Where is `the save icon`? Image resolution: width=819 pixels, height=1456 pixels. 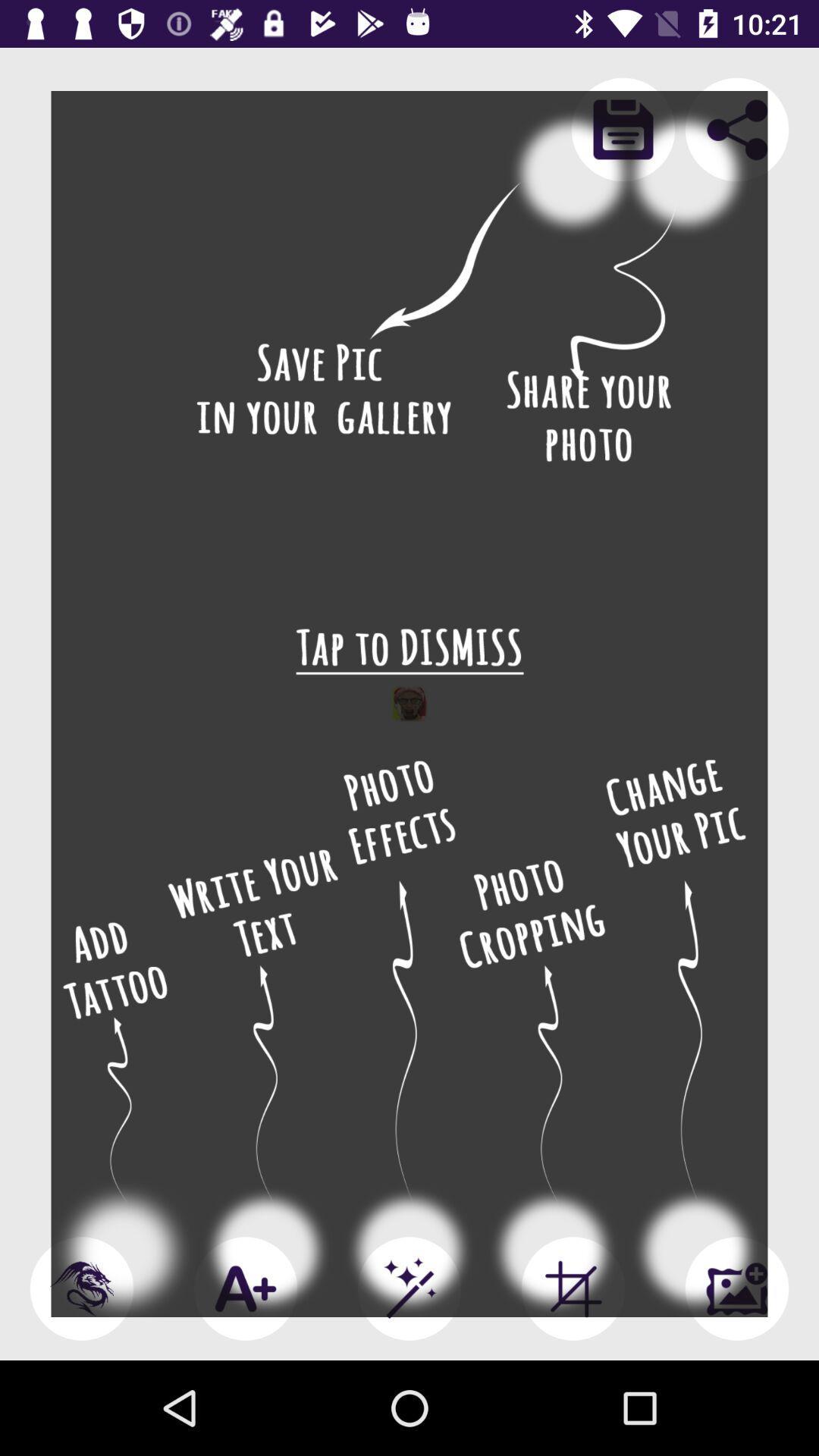 the save icon is located at coordinates (623, 130).